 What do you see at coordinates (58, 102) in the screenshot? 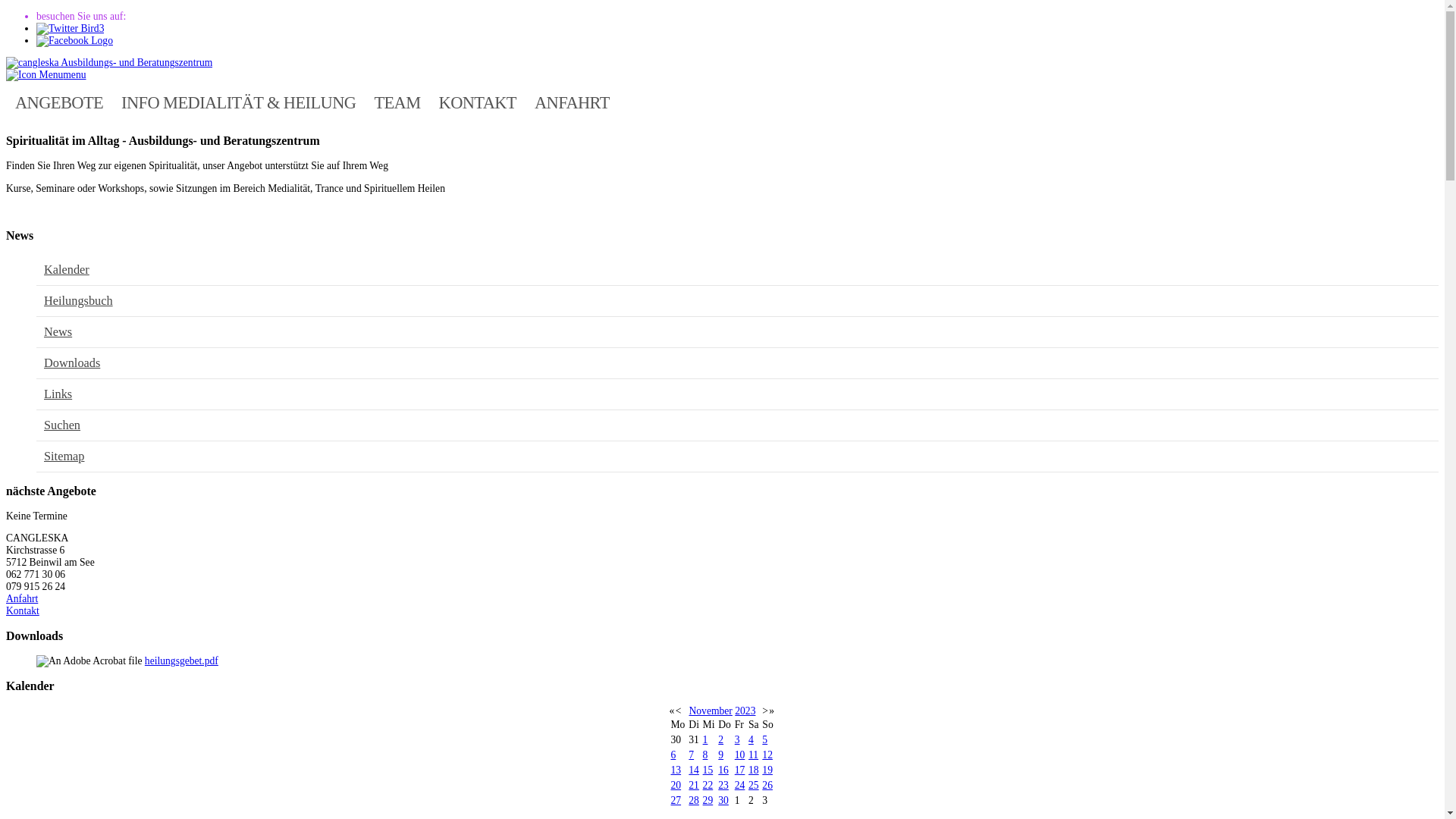
I see `'ANGEBOTE'` at bounding box center [58, 102].